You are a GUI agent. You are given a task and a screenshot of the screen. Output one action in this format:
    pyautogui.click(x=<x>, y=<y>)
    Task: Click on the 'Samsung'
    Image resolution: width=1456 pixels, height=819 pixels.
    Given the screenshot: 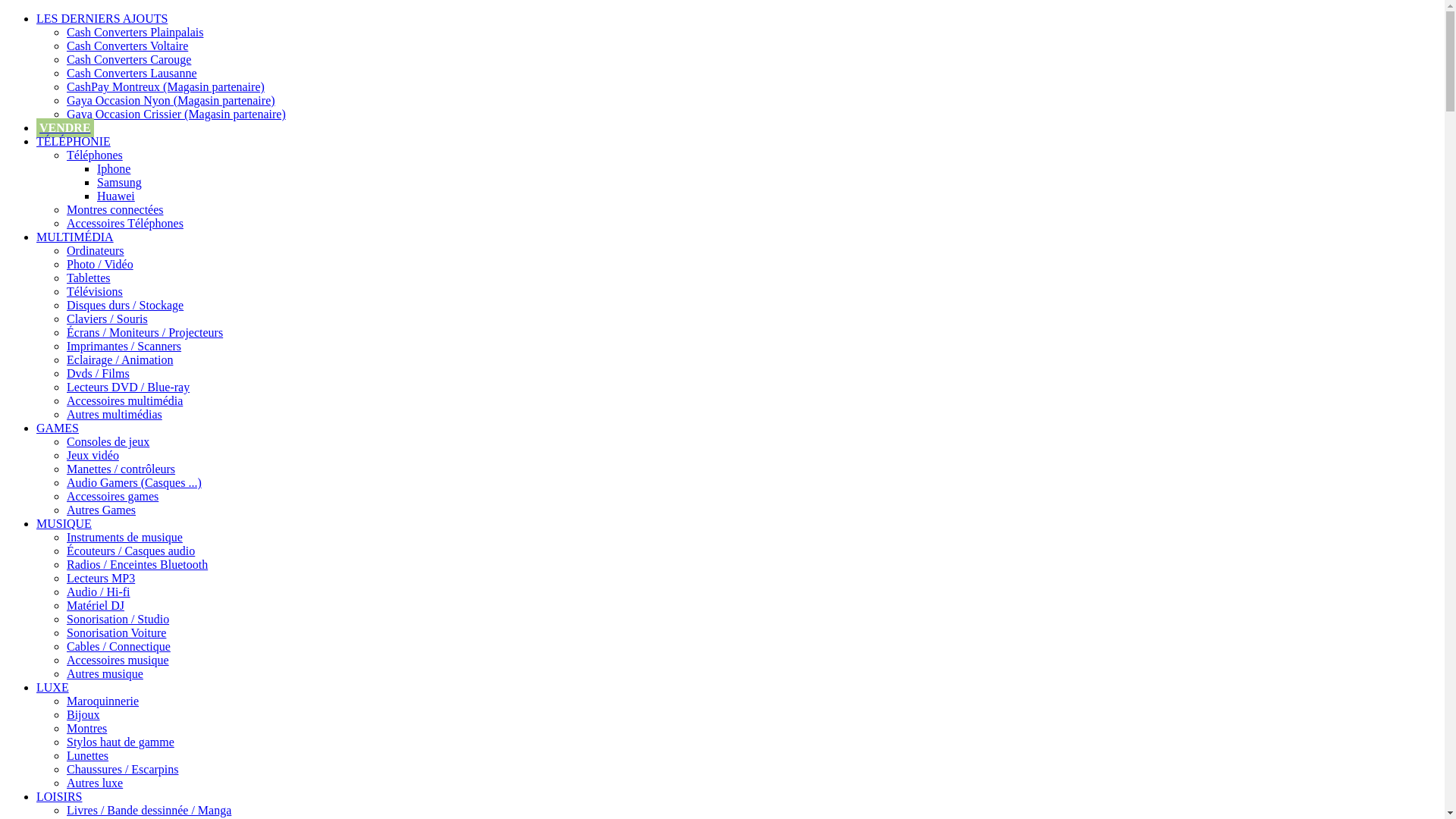 What is the action you would take?
    pyautogui.click(x=118, y=181)
    